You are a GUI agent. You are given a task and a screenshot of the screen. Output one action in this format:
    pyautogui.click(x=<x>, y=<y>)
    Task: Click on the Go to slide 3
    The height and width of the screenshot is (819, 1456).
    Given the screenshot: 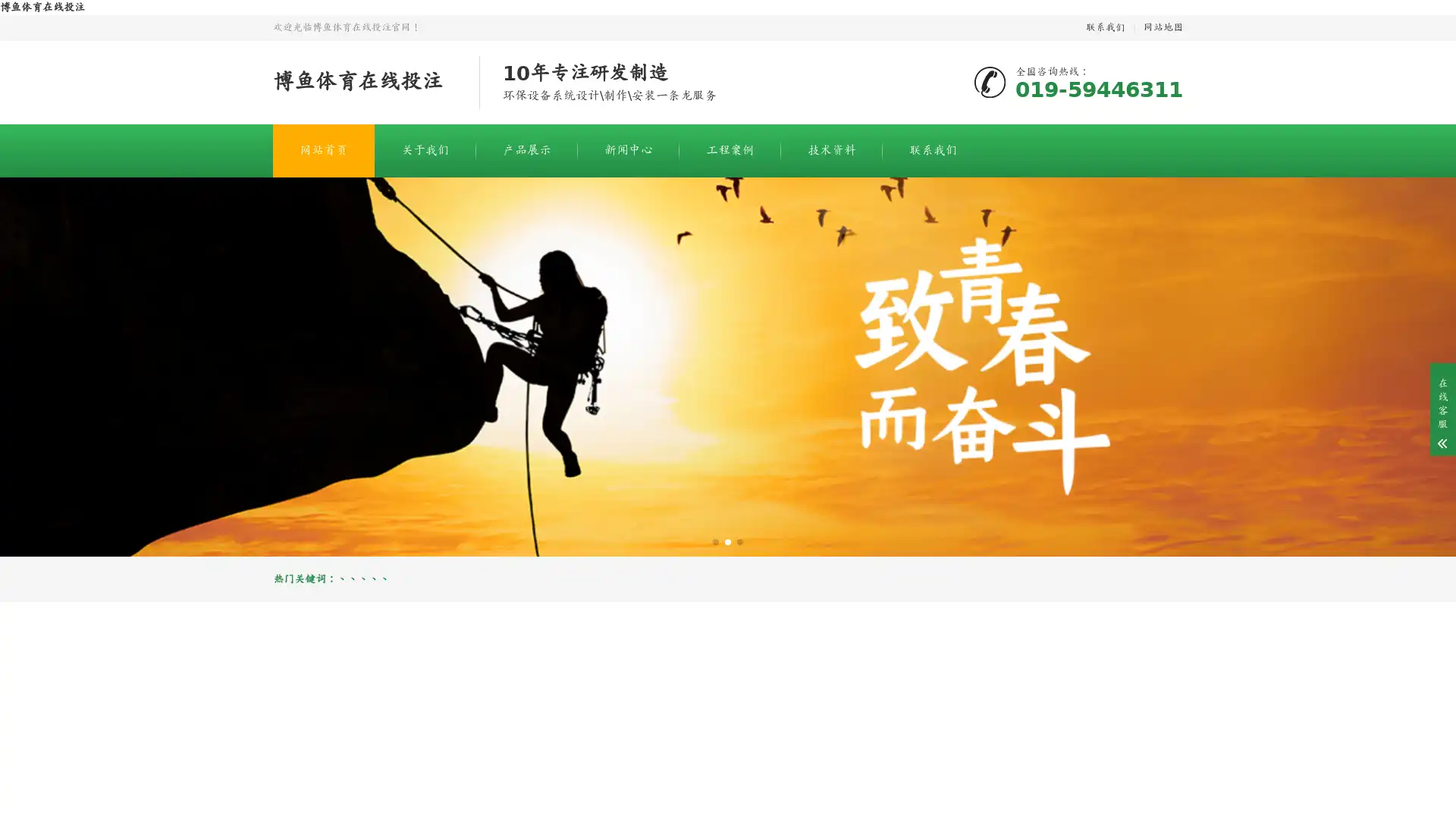 What is the action you would take?
    pyautogui.click(x=739, y=541)
    